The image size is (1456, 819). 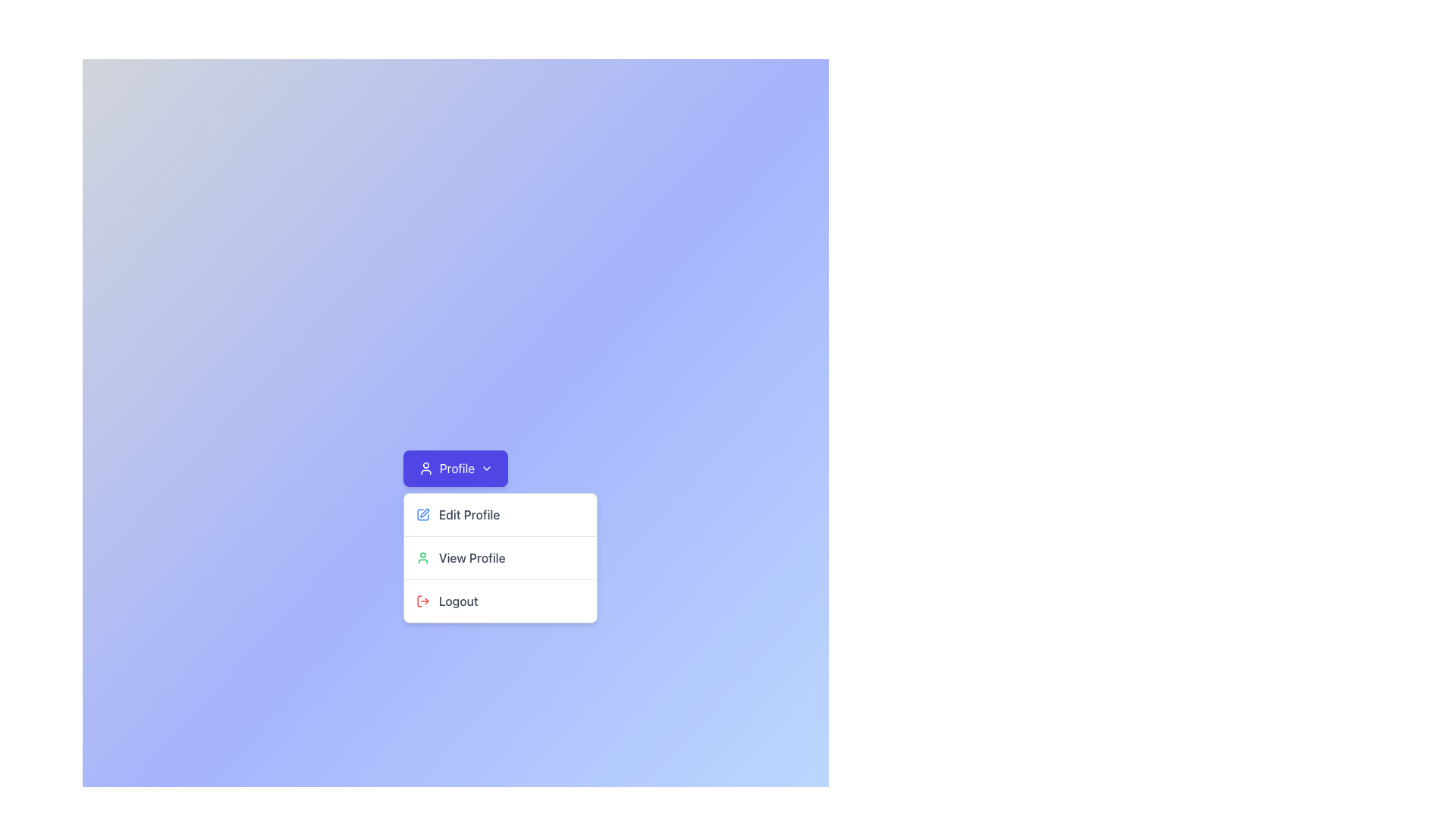 What do you see at coordinates (422, 513) in the screenshot?
I see `the edit profile icon that has a square outline and a pen design, located below the 'Profile' button` at bounding box center [422, 513].